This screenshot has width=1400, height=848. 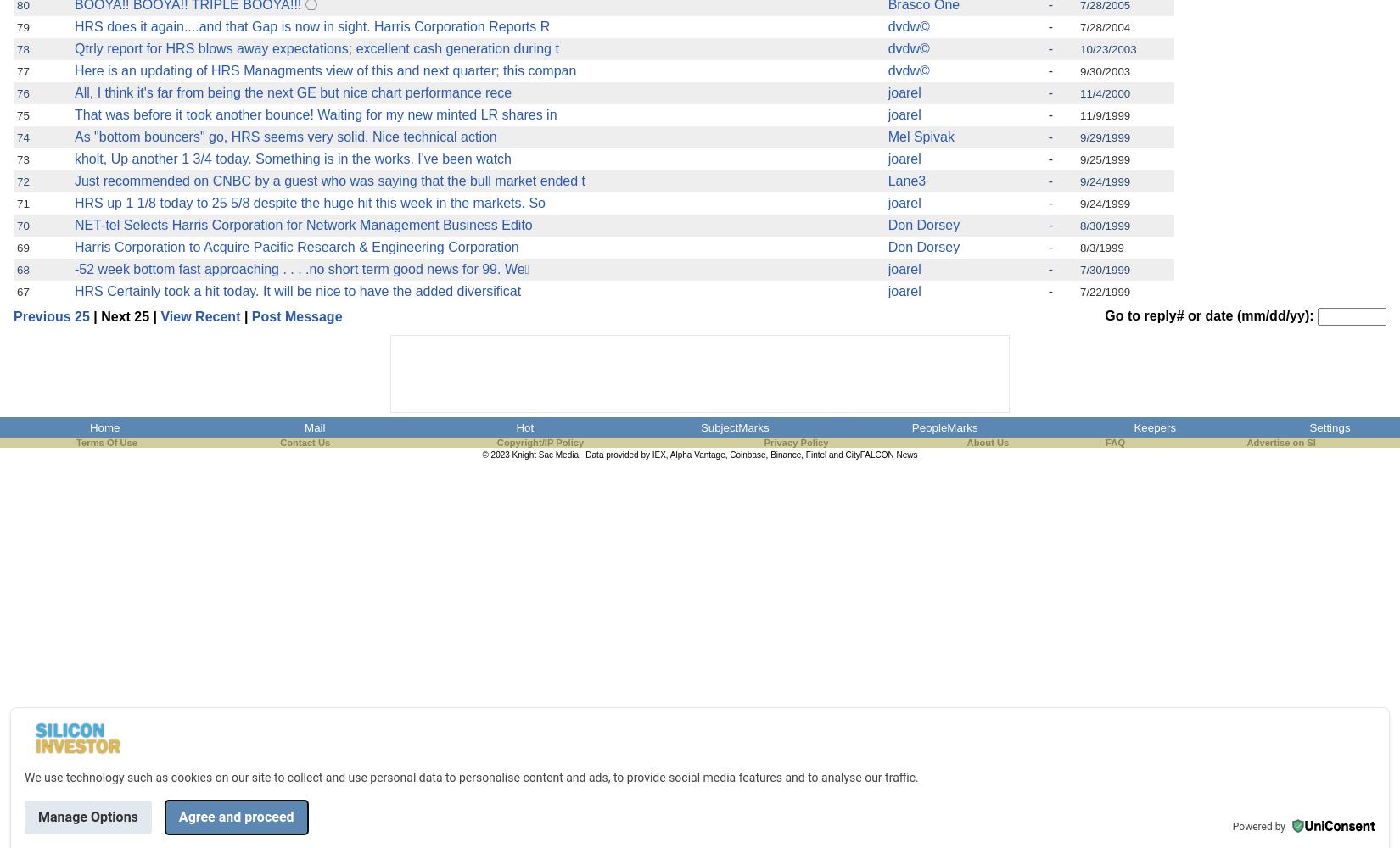 I want to click on '78', so click(x=23, y=48).